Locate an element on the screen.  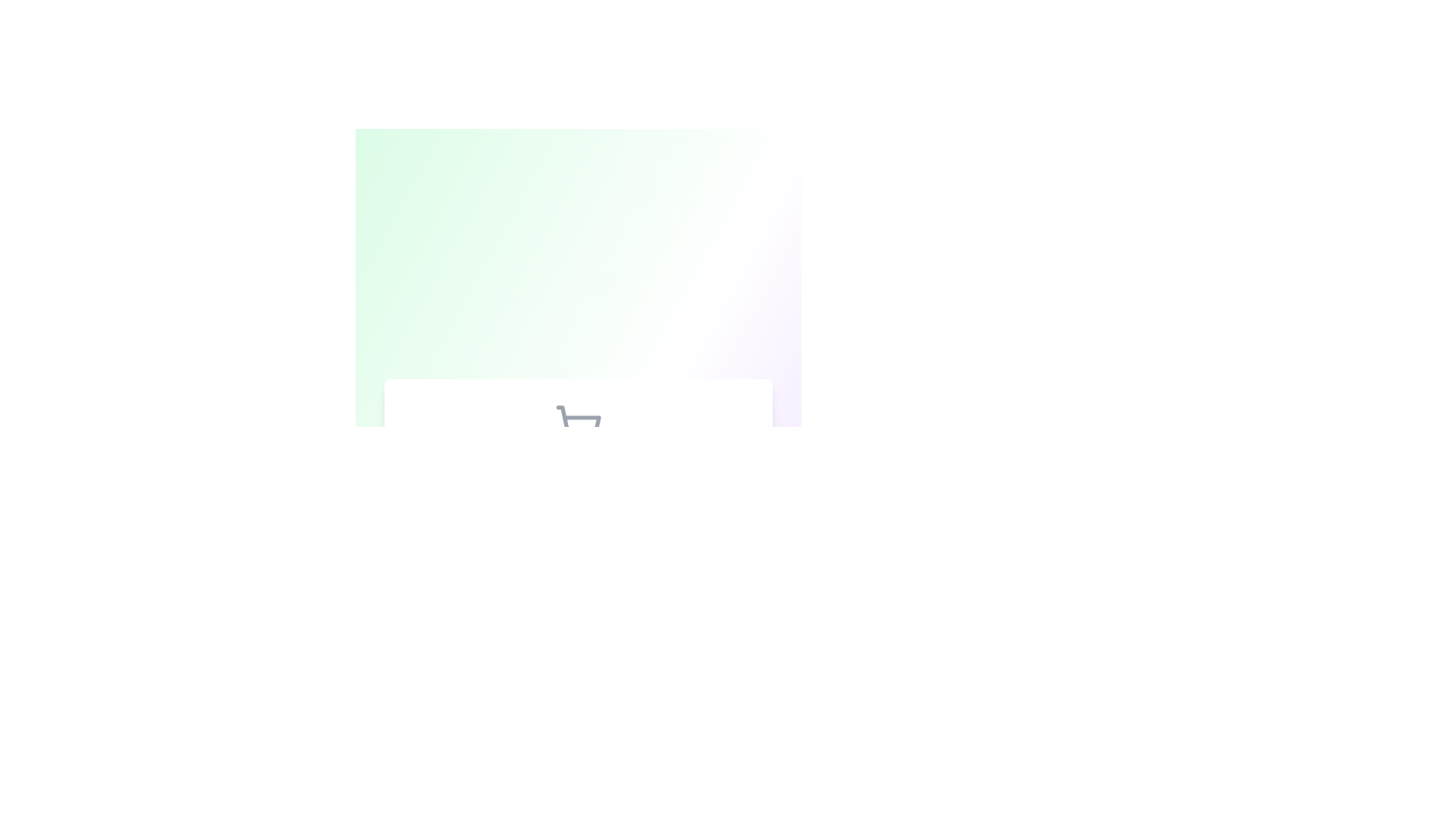
the primary body of the shopping cart icon within the SVG illustration is located at coordinates (578, 422).